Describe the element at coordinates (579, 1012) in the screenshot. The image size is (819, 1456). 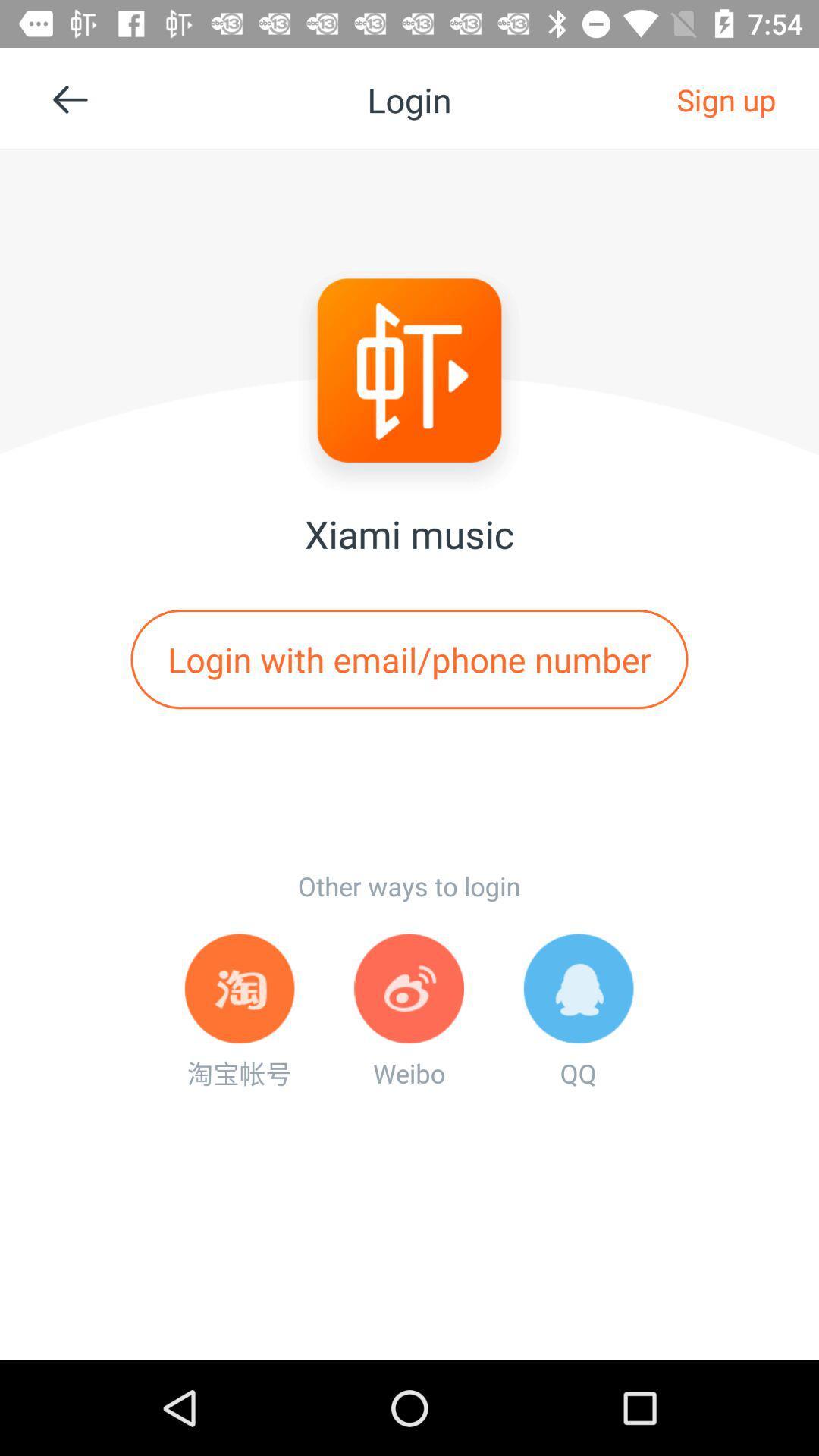
I see `qq at the bottom right corner` at that location.